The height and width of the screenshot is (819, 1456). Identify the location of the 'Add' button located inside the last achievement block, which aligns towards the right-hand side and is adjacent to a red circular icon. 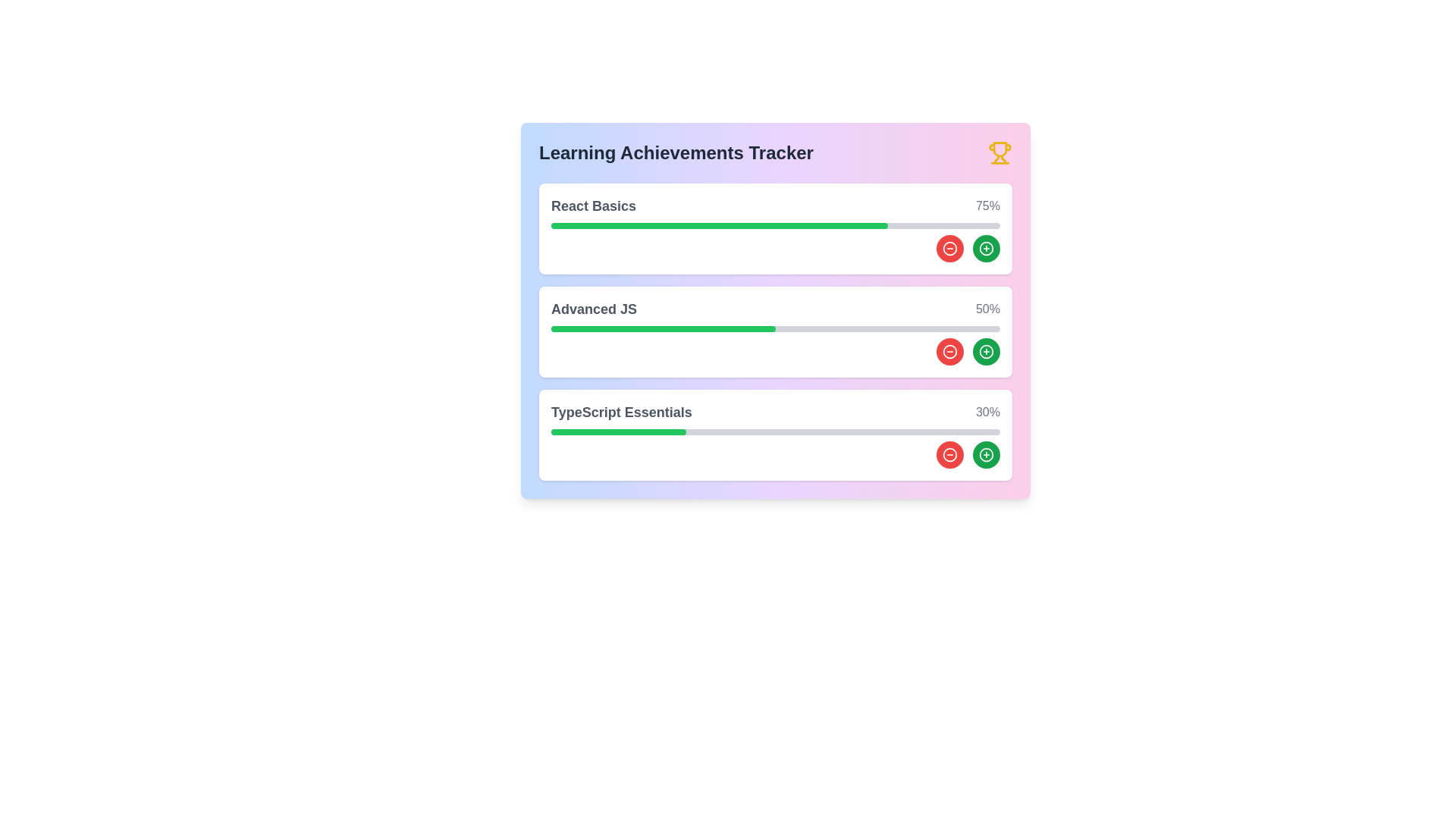
(986, 247).